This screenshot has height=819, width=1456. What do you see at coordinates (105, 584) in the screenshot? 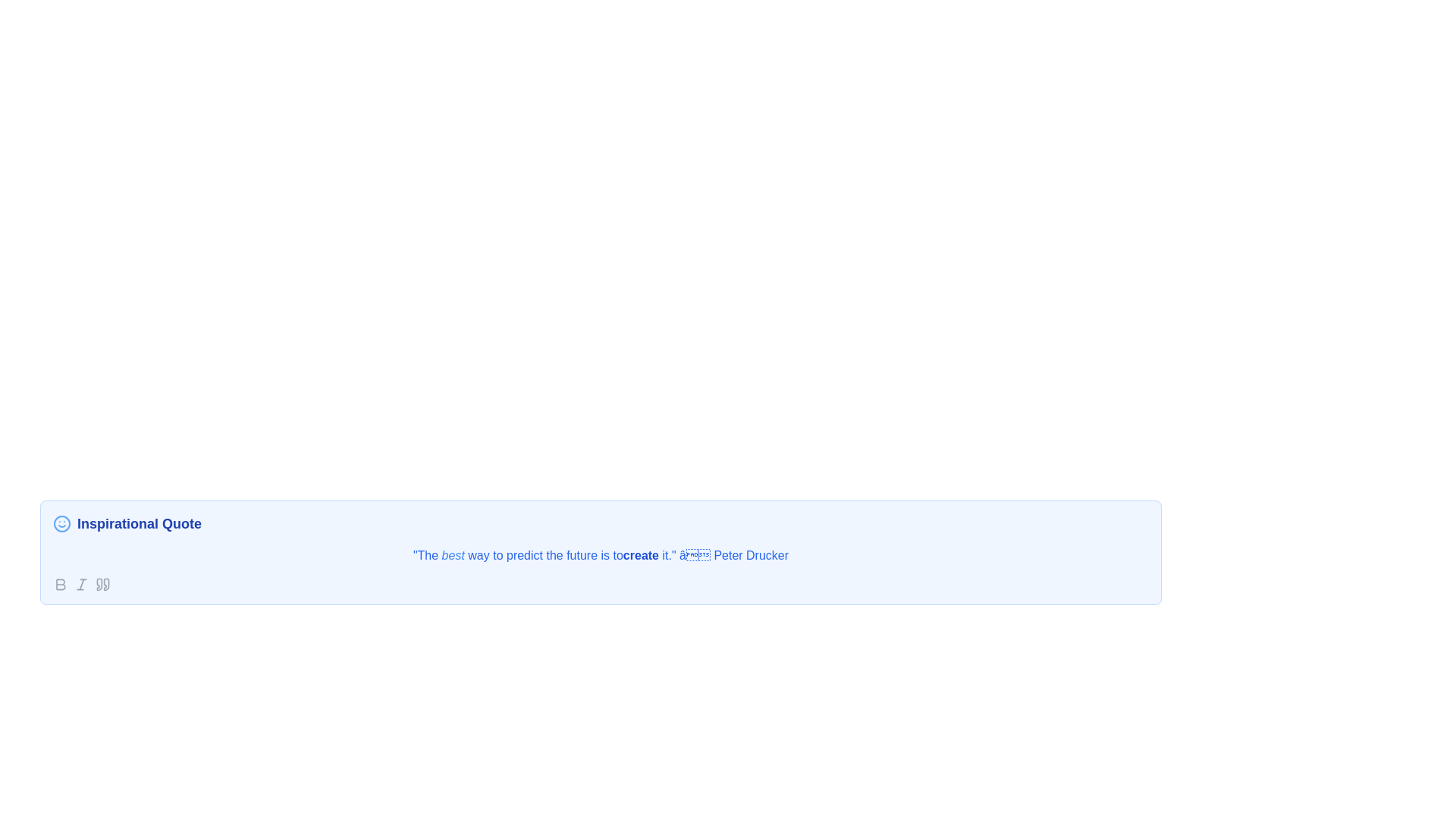
I see `closing quotation mark icon located near the bottom-right corner of the text section, which visually represents the end of a quoted passage` at bounding box center [105, 584].